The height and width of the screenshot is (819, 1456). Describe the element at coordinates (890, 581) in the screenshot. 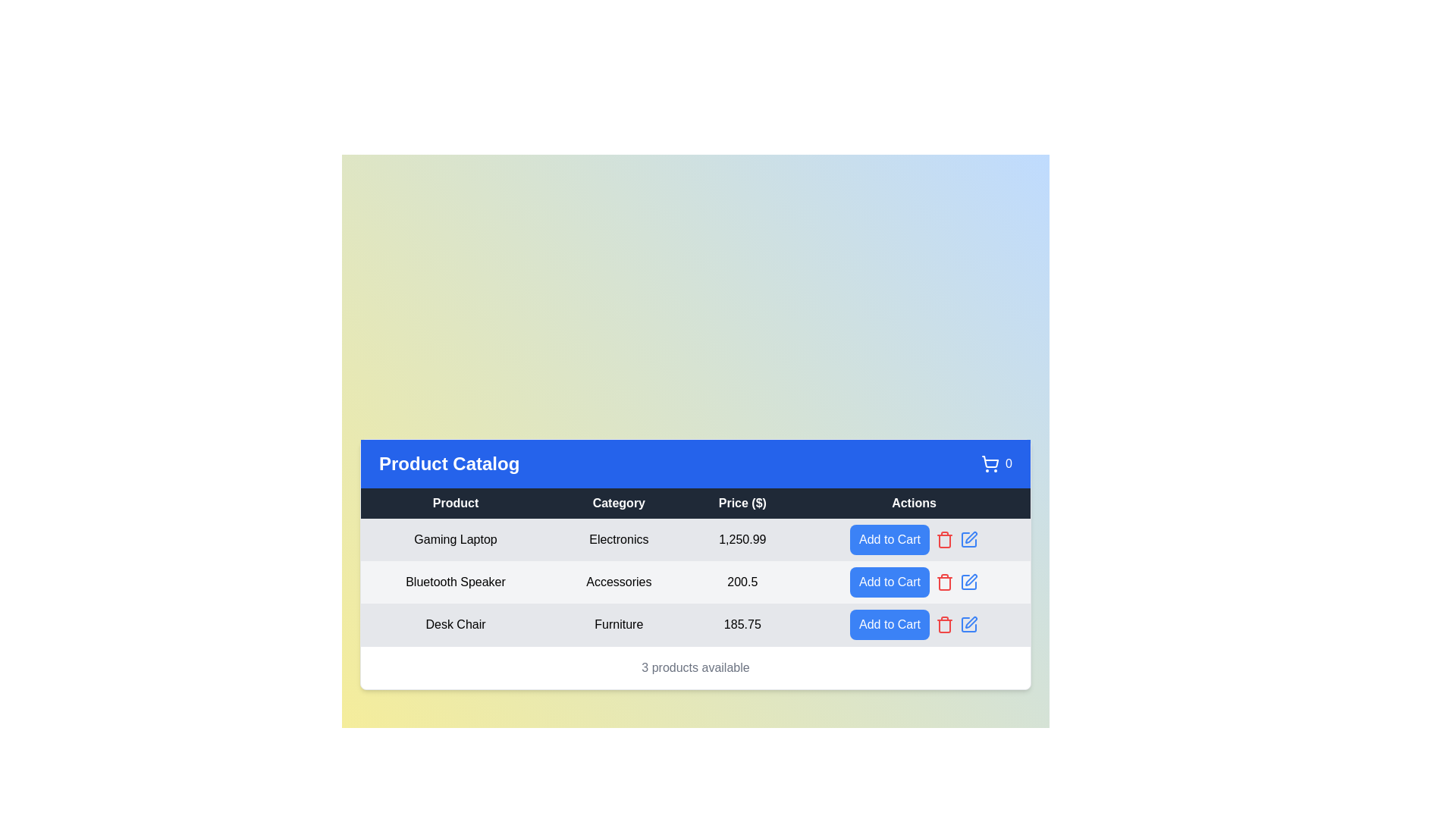

I see `the first button in the 'Actions' column of the second row` at that location.